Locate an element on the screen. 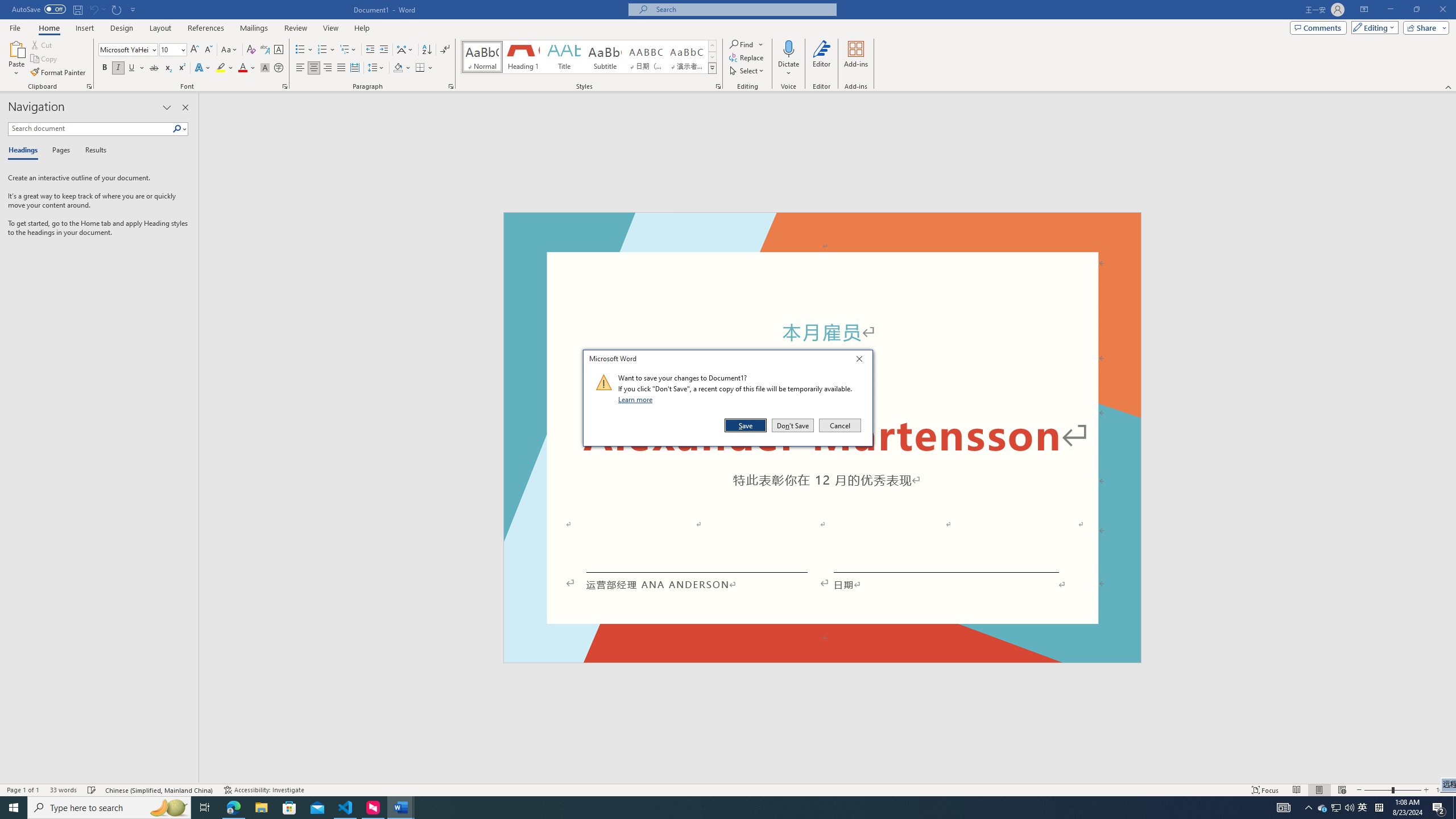 This screenshot has height=819, width=1456. 'Zoom 100%' is located at coordinates (1443, 790).